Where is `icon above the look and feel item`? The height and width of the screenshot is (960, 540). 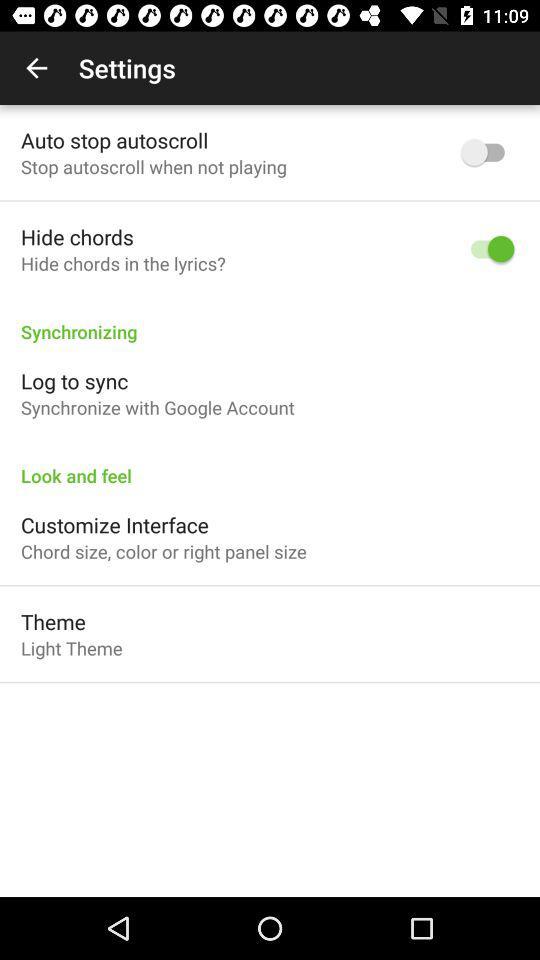 icon above the look and feel item is located at coordinates (156, 406).